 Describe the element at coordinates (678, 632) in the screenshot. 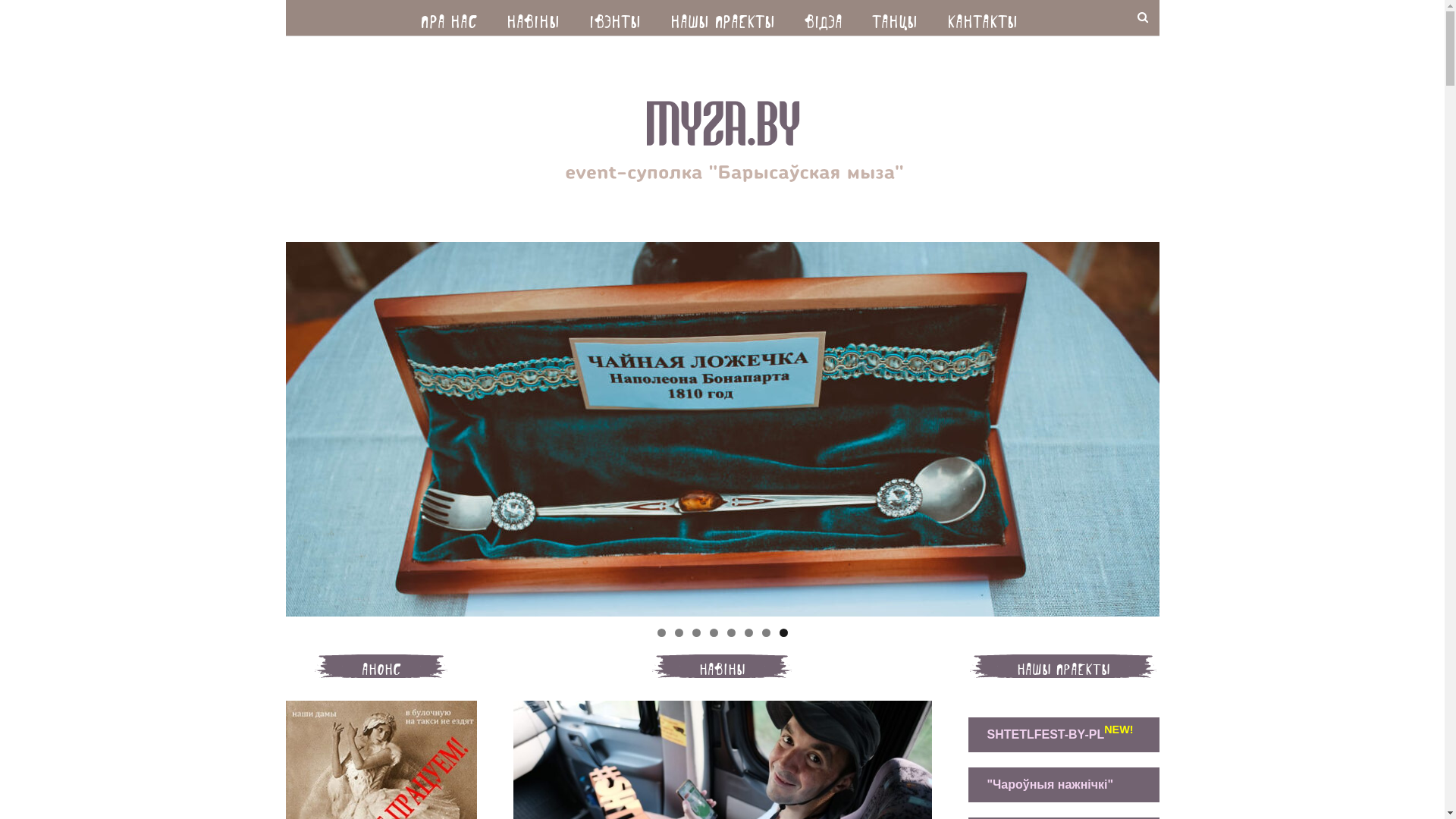

I see `'2'` at that location.